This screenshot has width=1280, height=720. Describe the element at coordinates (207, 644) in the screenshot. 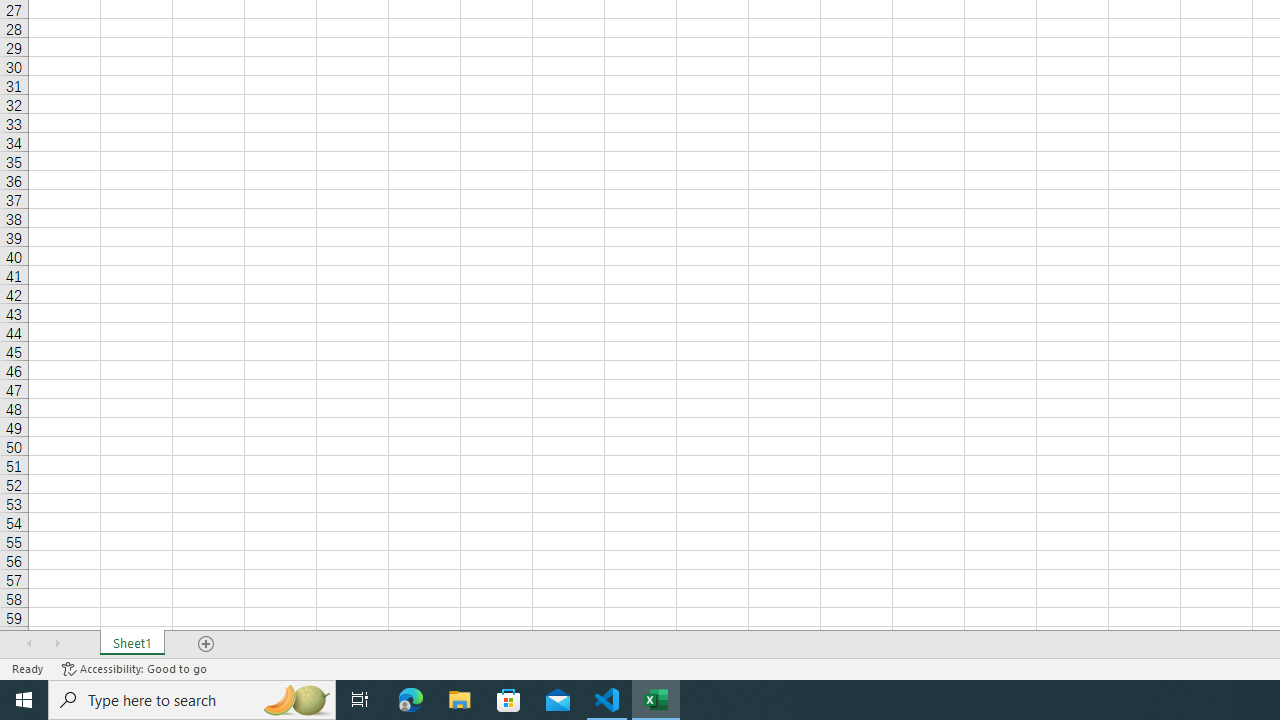

I see `'Add Sheet'` at that location.